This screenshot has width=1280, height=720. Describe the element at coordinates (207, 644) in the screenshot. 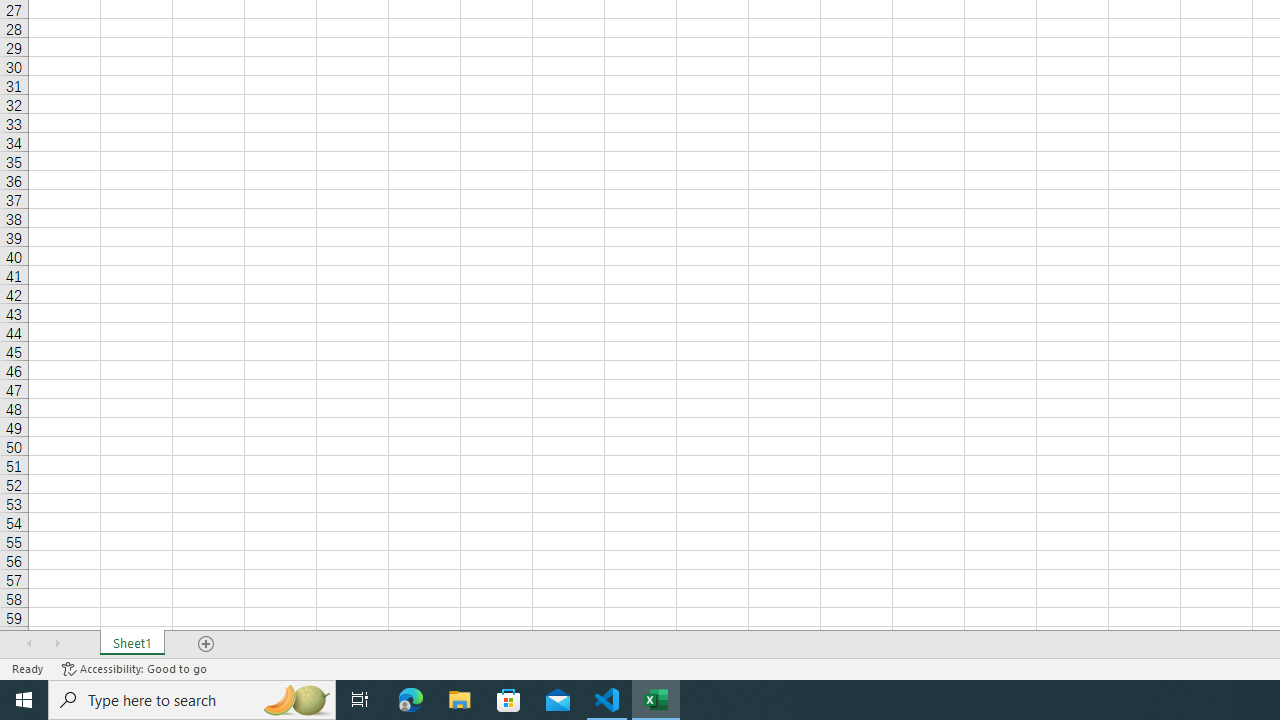

I see `'Add Sheet'` at that location.